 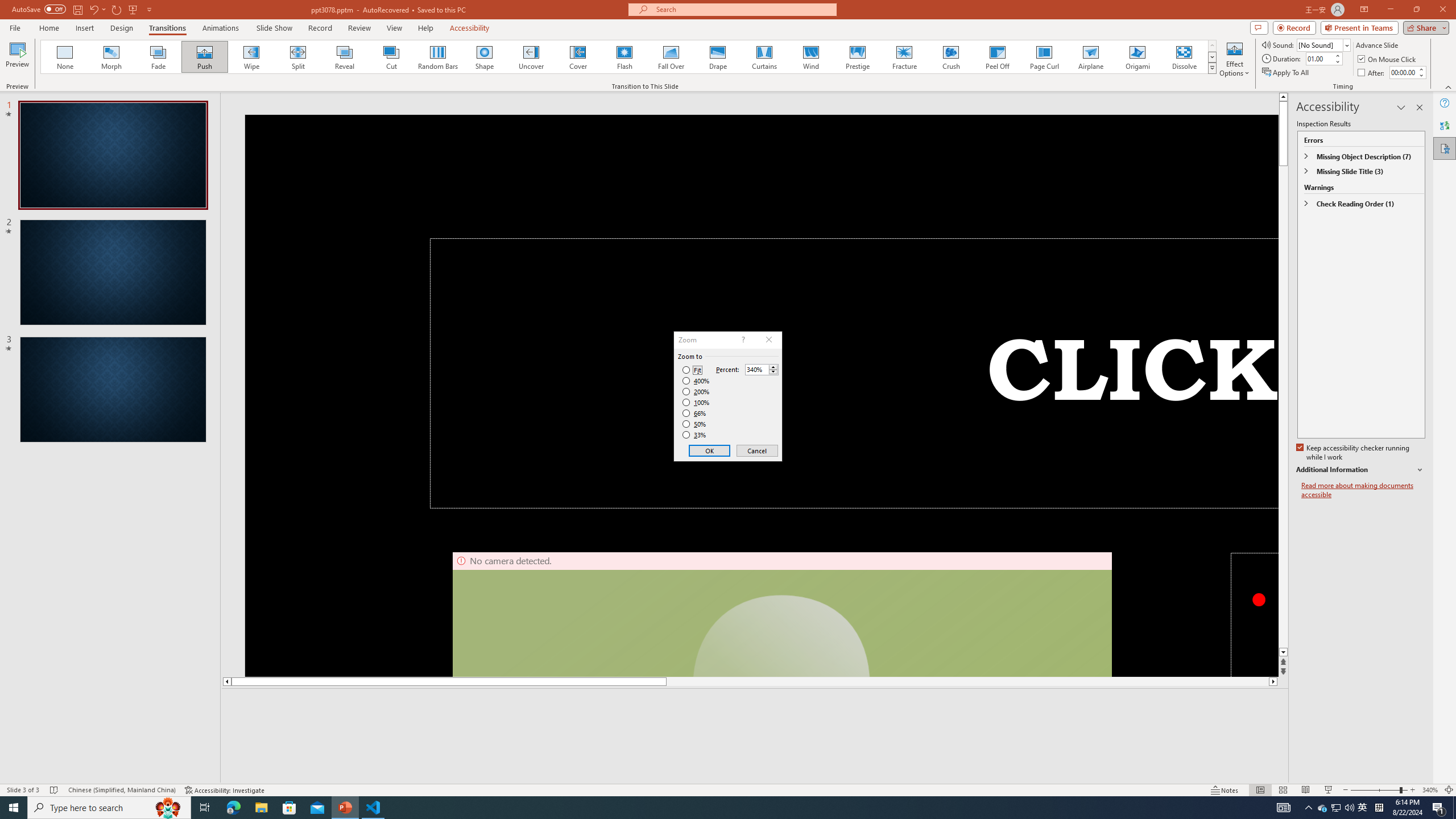 What do you see at coordinates (904, 56) in the screenshot?
I see `'Fracture'` at bounding box center [904, 56].